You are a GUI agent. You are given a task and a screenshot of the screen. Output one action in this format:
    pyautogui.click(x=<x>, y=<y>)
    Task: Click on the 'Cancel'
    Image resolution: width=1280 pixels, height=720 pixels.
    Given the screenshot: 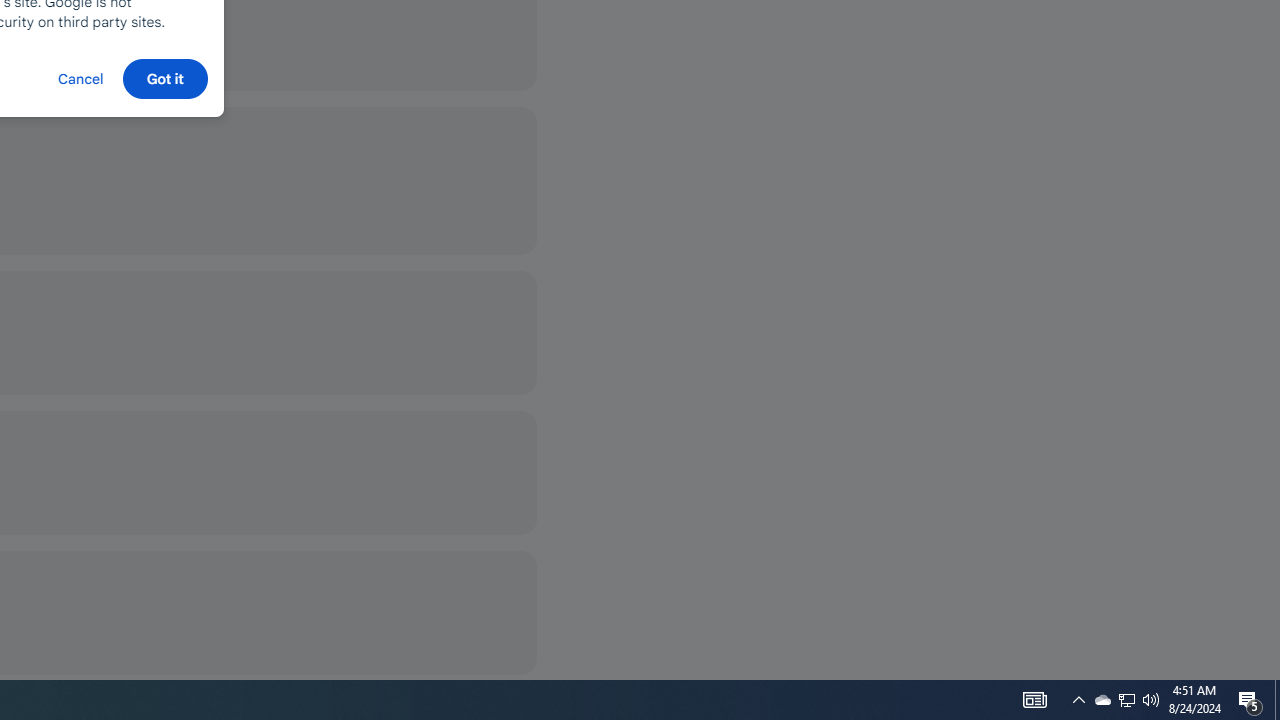 What is the action you would take?
    pyautogui.click(x=80, y=77)
    